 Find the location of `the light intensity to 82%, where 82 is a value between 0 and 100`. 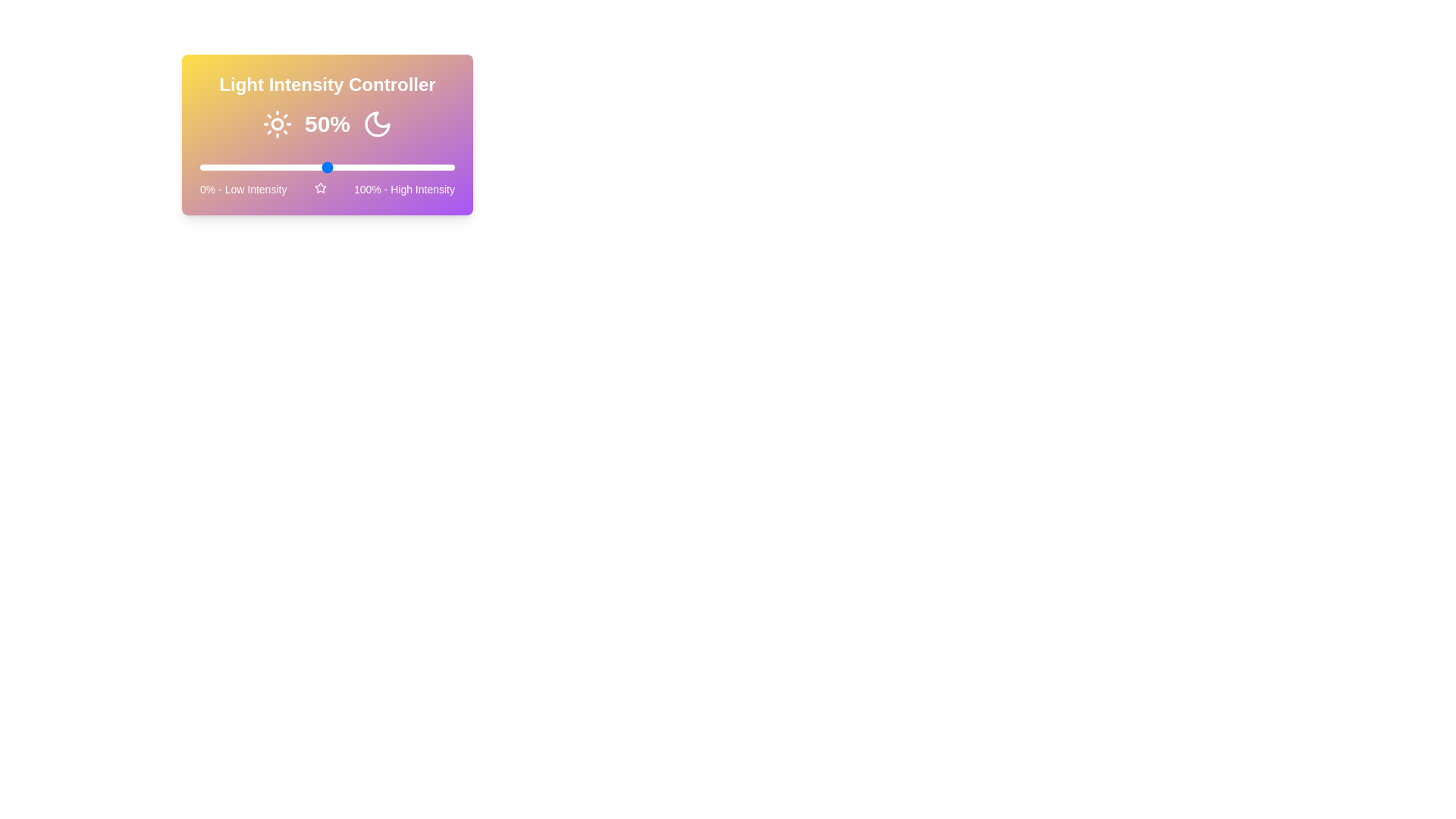

the light intensity to 82%, where 82 is a value between 0 and 100 is located at coordinates (409, 167).